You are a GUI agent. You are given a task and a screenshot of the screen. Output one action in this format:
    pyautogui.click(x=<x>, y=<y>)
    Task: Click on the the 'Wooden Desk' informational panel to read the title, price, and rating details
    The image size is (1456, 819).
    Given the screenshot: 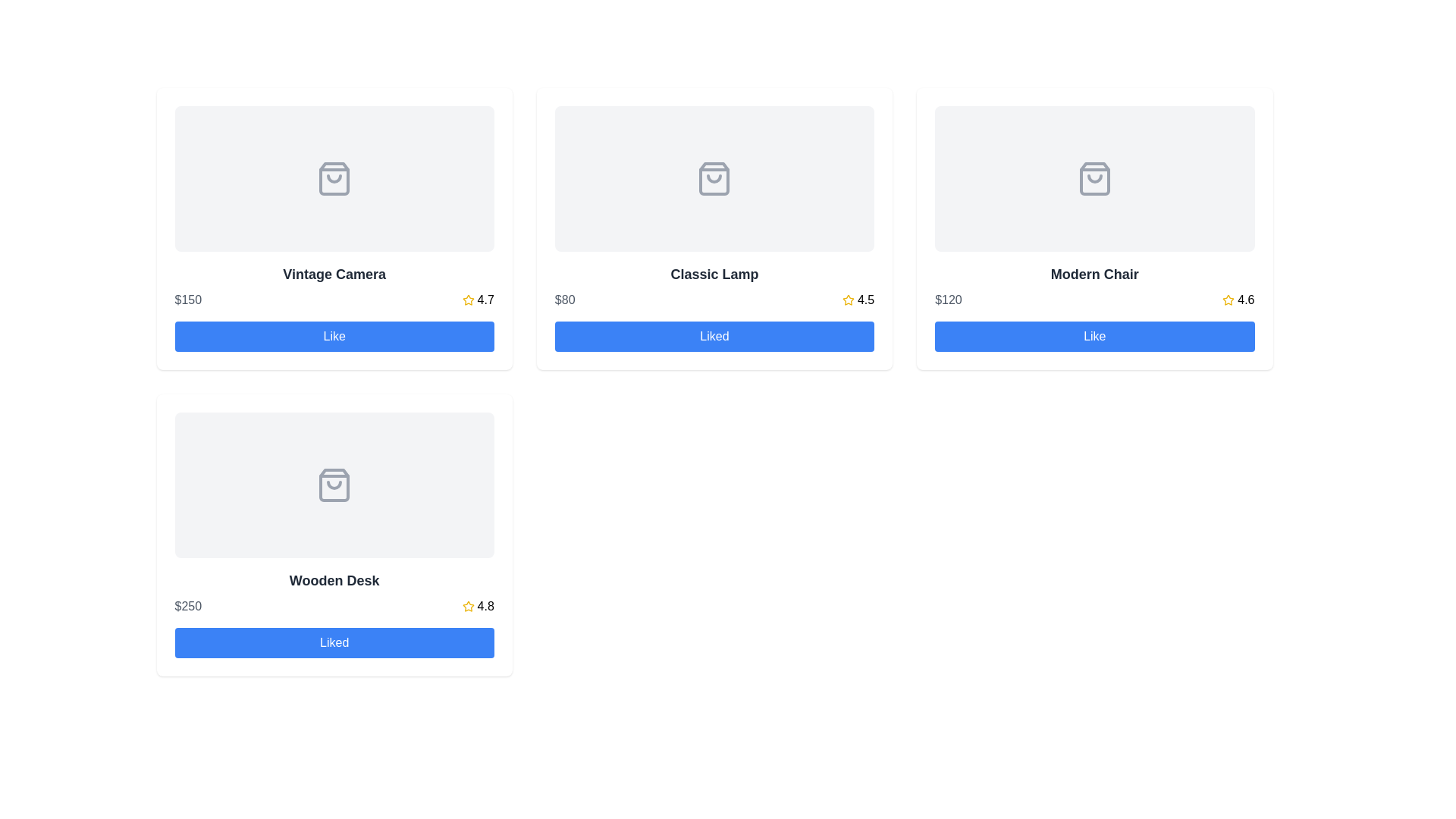 What is the action you would take?
    pyautogui.click(x=334, y=592)
    